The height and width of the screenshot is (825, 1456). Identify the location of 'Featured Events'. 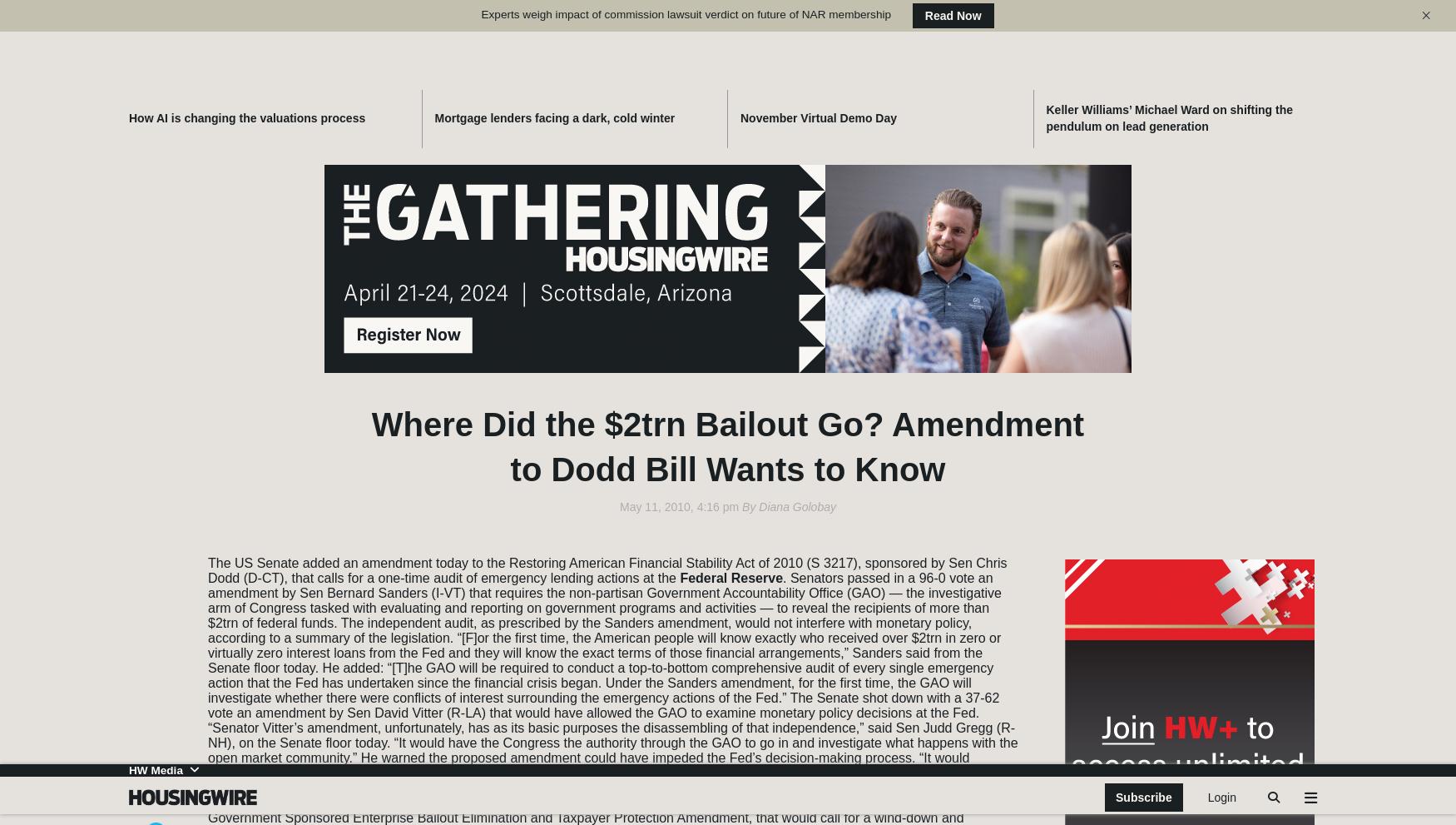
(1144, 323).